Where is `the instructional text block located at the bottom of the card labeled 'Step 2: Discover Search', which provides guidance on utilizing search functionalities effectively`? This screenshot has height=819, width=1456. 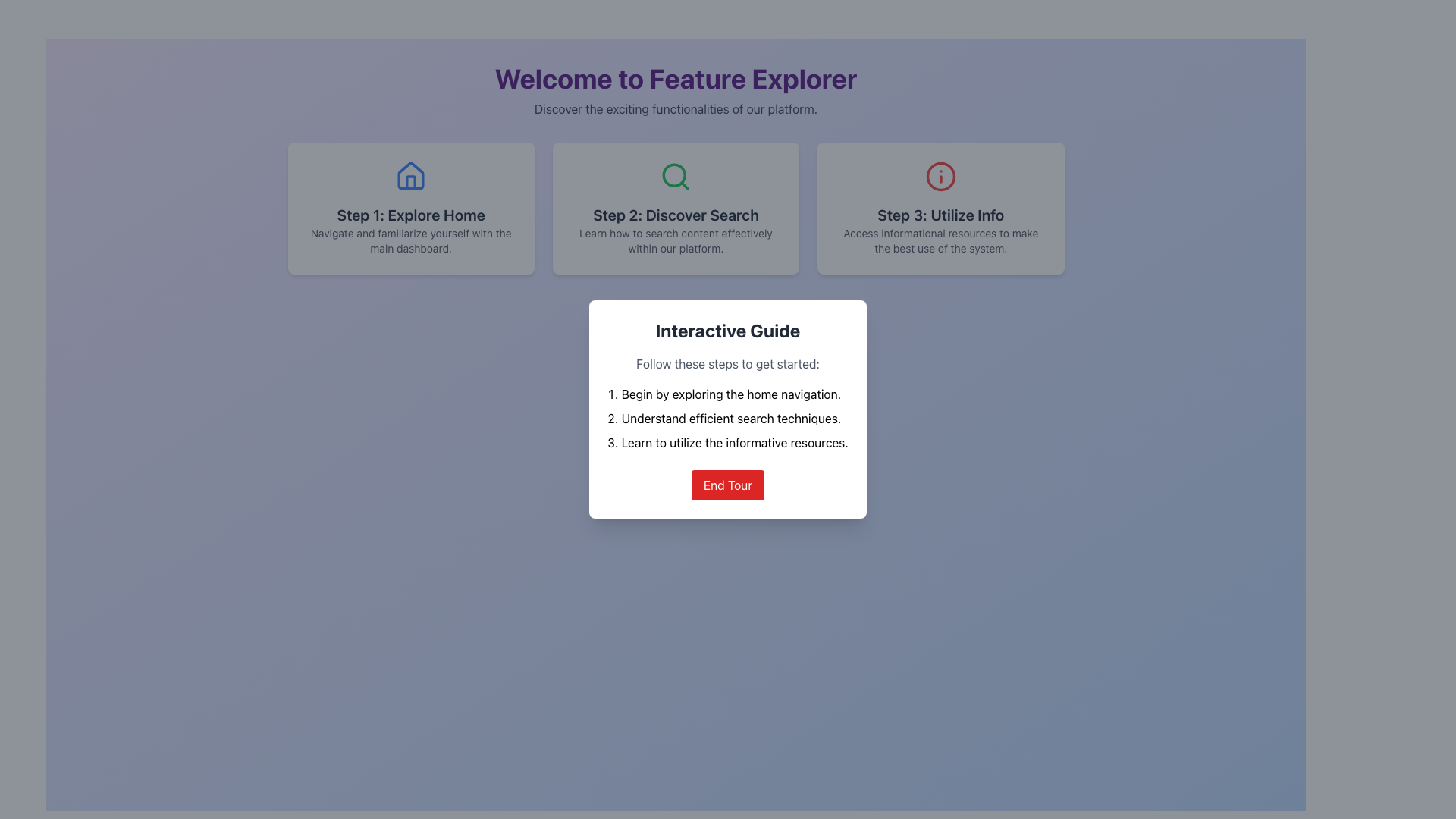 the instructional text block located at the bottom of the card labeled 'Step 2: Discover Search', which provides guidance on utilizing search functionalities effectively is located at coordinates (675, 240).